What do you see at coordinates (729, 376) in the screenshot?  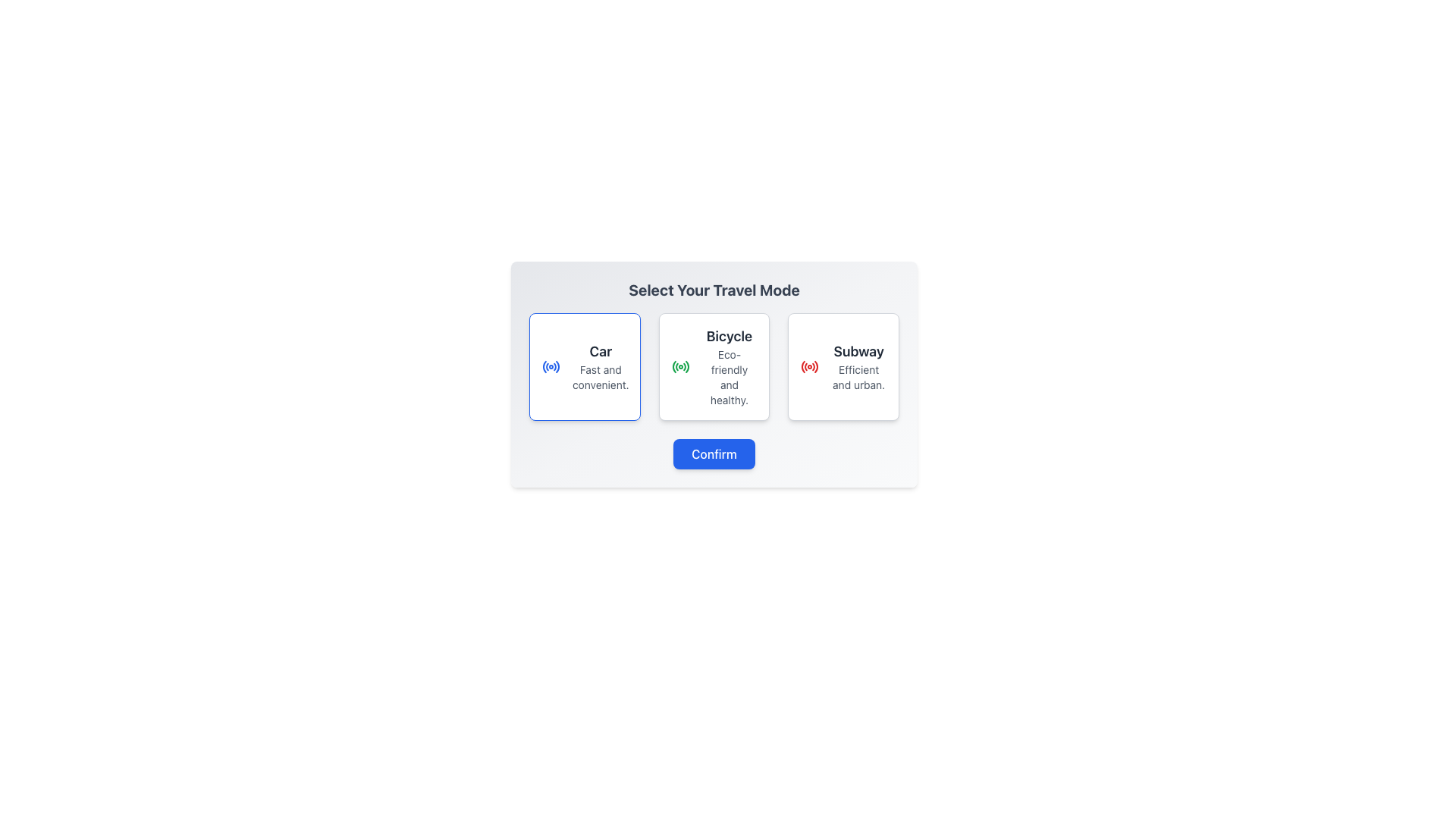 I see `text block containing the phrase 'Eco-friendly and healthy' which is styled in a smaller font and muted gray color, positioned below the 'Bicycle' text in the central card of a row of three cards` at bounding box center [729, 376].